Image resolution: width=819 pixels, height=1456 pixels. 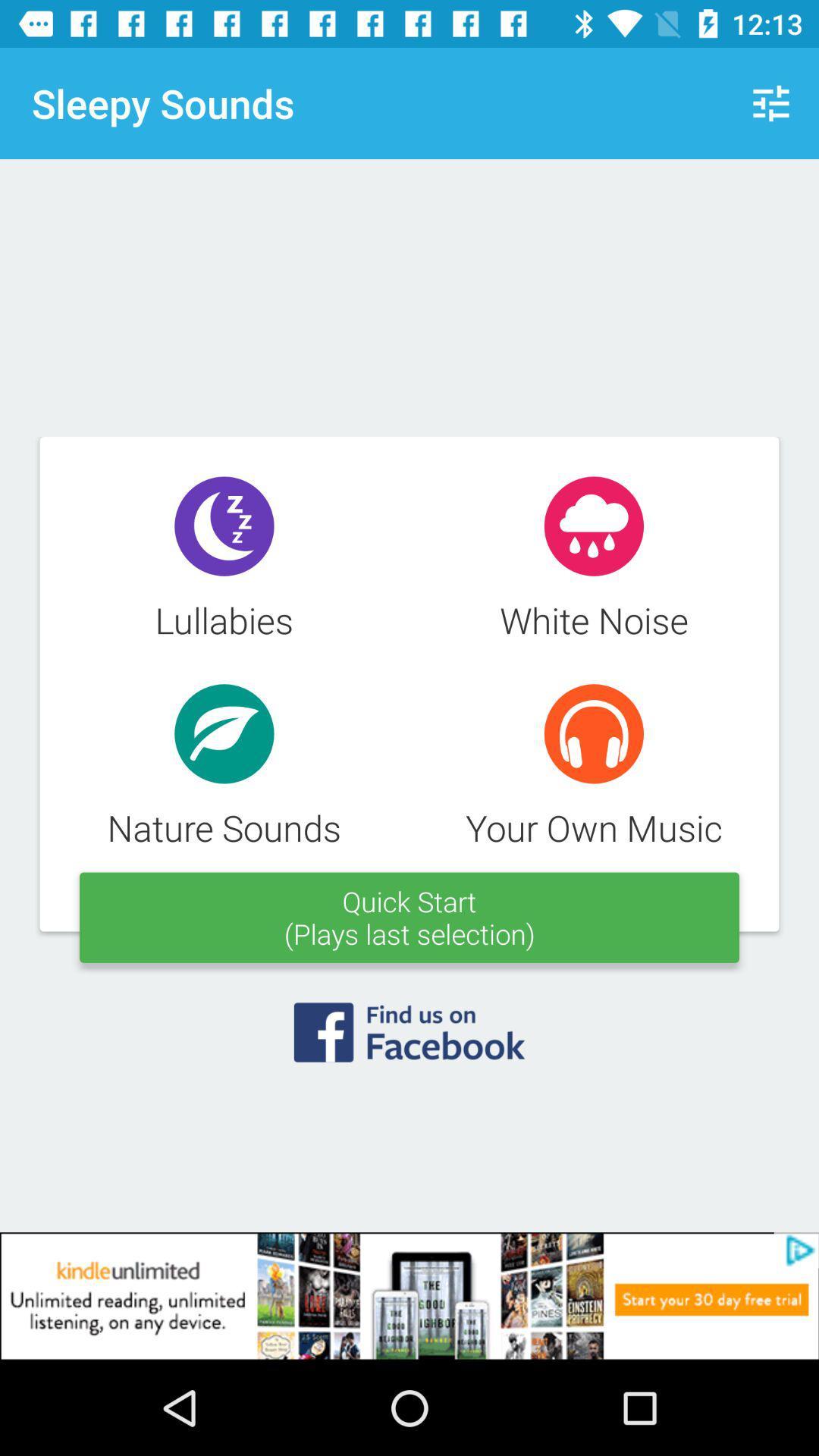 What do you see at coordinates (409, 1041) in the screenshot?
I see `open the app facebook page` at bounding box center [409, 1041].